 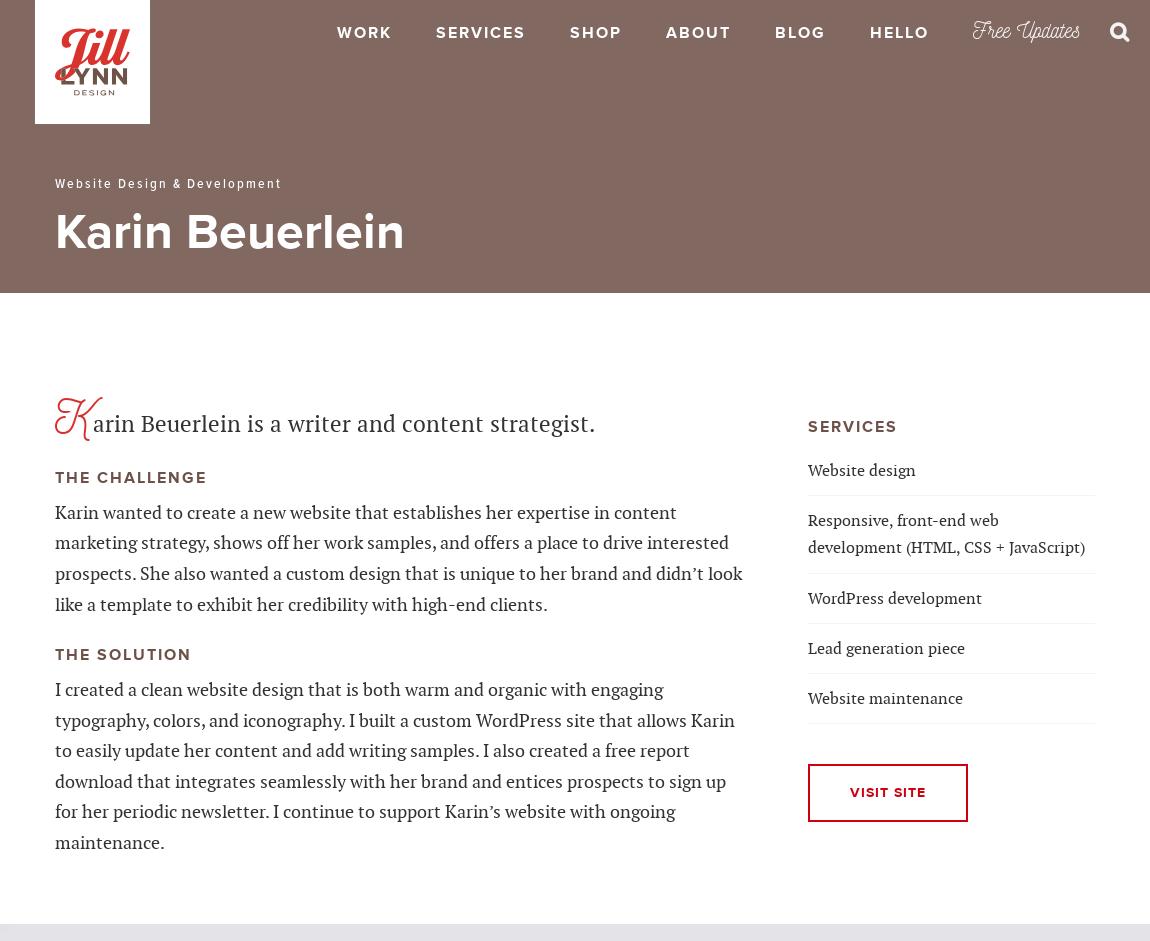 What do you see at coordinates (395, 764) in the screenshot?
I see `'I created a clean website design that is both warm and organic with engaging typography, colors, and iconography. I built a custom WordPress site that allows Karin to easily update her content and add writing samples. I also created a free report download that integrates seamlessly with her brand and entices prospects to sign up for her periodic newsletter. I continue to support Karin’s website with ongoing maintenance.'` at bounding box center [395, 764].